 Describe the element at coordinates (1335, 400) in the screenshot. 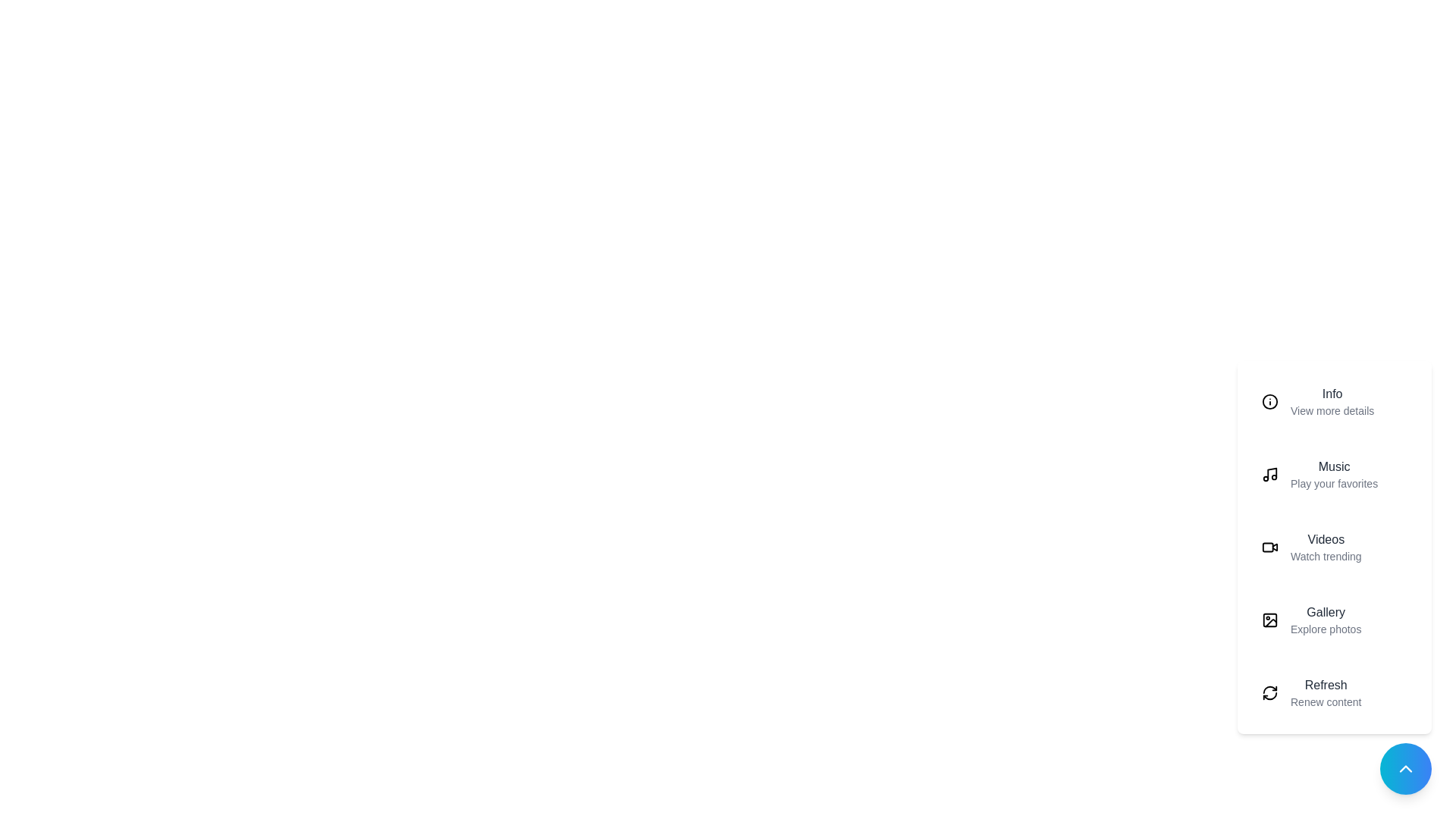

I see `the 'Info' item to view more details` at that location.